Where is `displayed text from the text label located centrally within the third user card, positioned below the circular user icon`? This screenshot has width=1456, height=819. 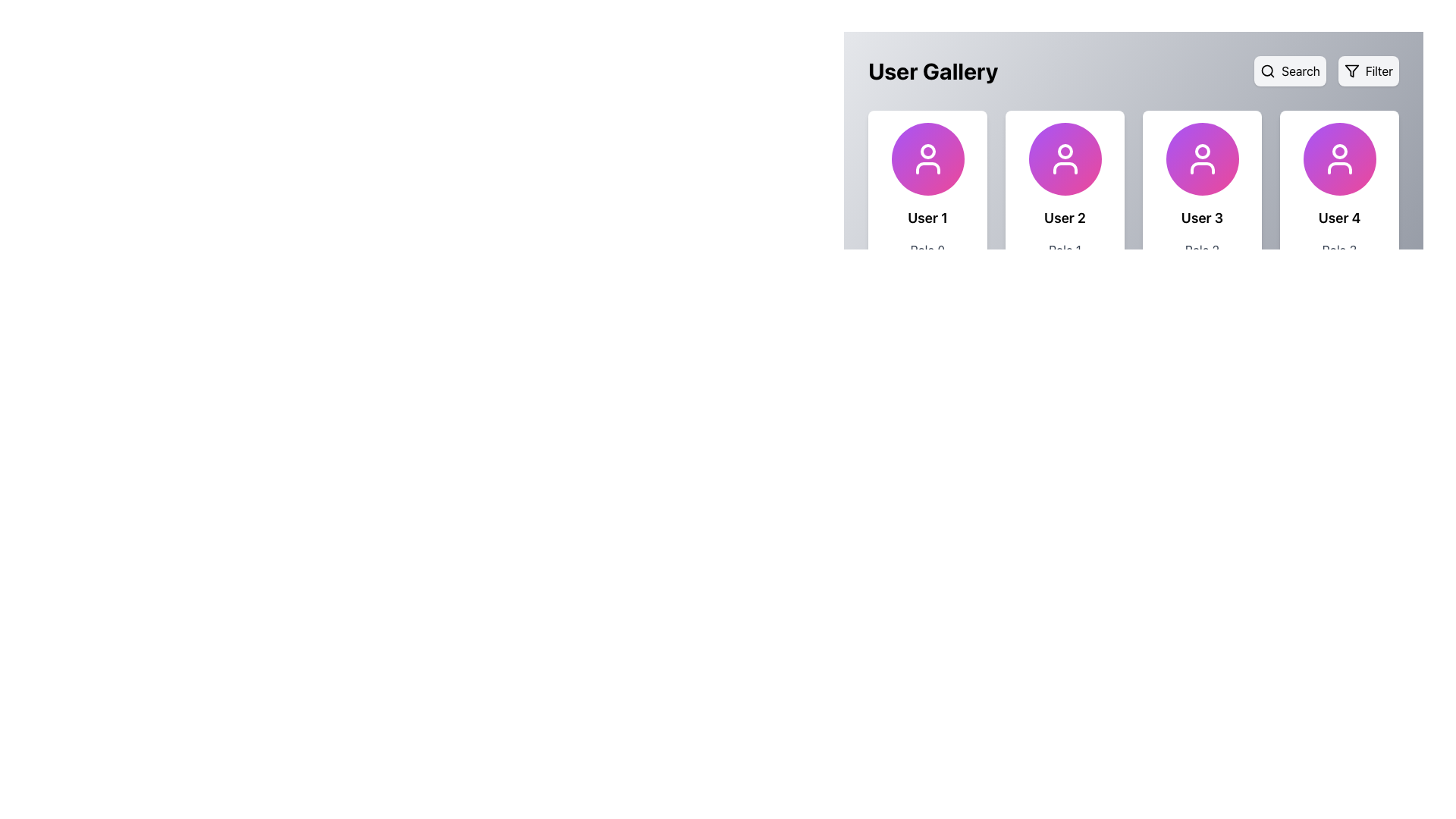
displayed text from the text label located centrally within the third user card, positioned below the circular user icon is located at coordinates (1201, 218).